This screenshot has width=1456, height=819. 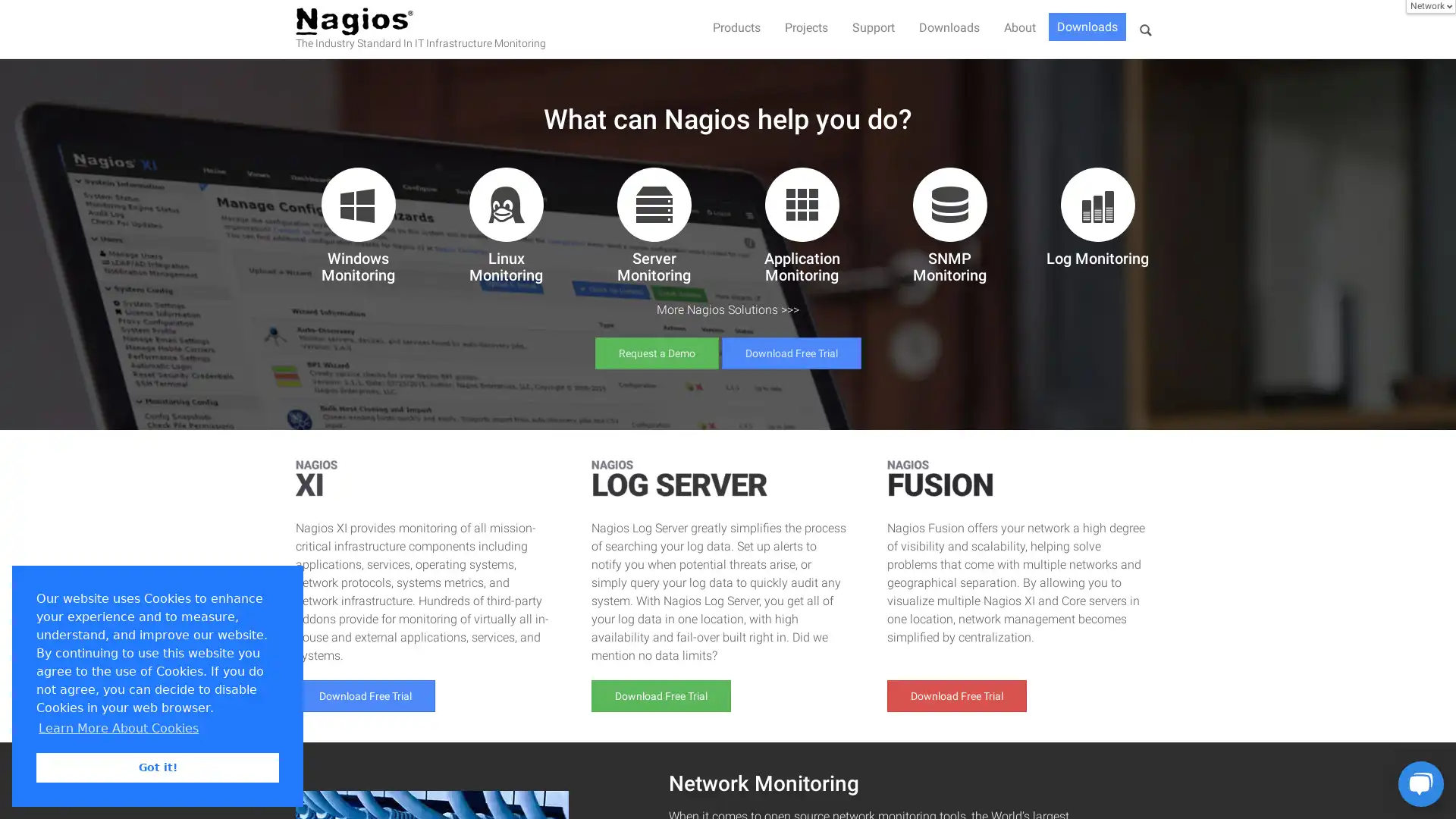 What do you see at coordinates (118, 727) in the screenshot?
I see `learn more about cookies` at bounding box center [118, 727].